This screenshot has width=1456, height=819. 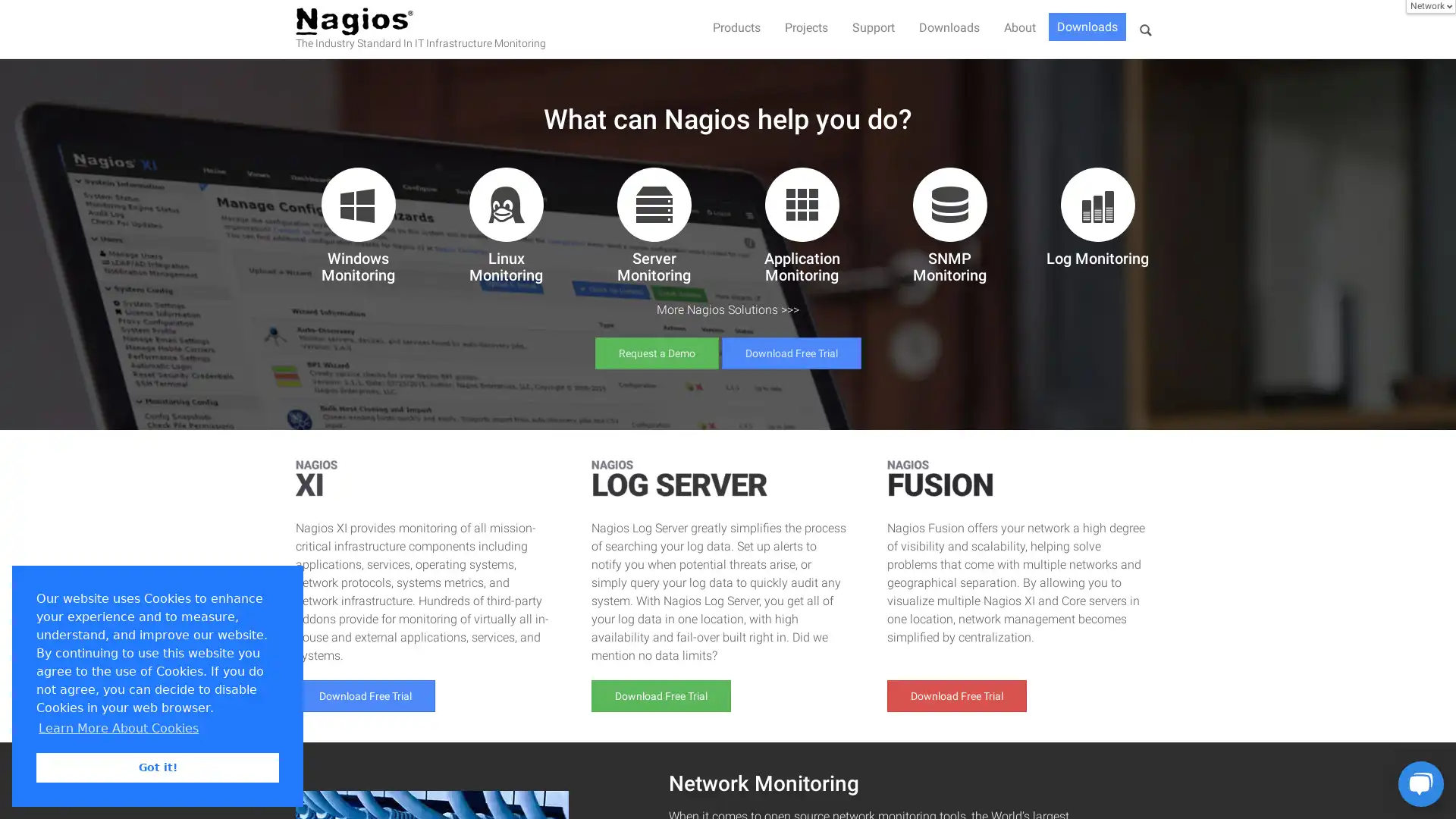 What do you see at coordinates (118, 727) in the screenshot?
I see `learn more about cookies` at bounding box center [118, 727].